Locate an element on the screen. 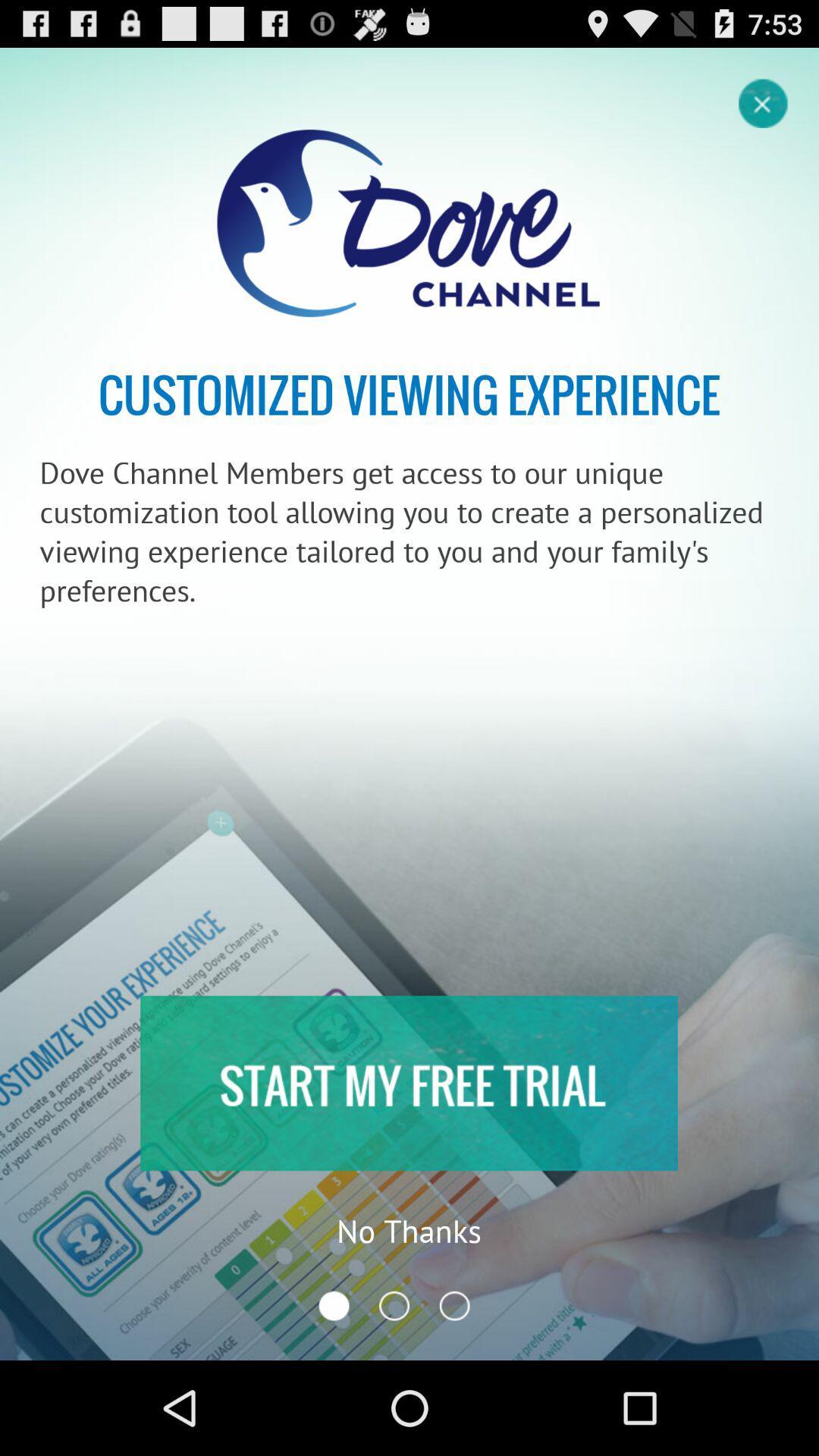 The width and height of the screenshot is (819, 1456). button is located at coordinates (764, 102).